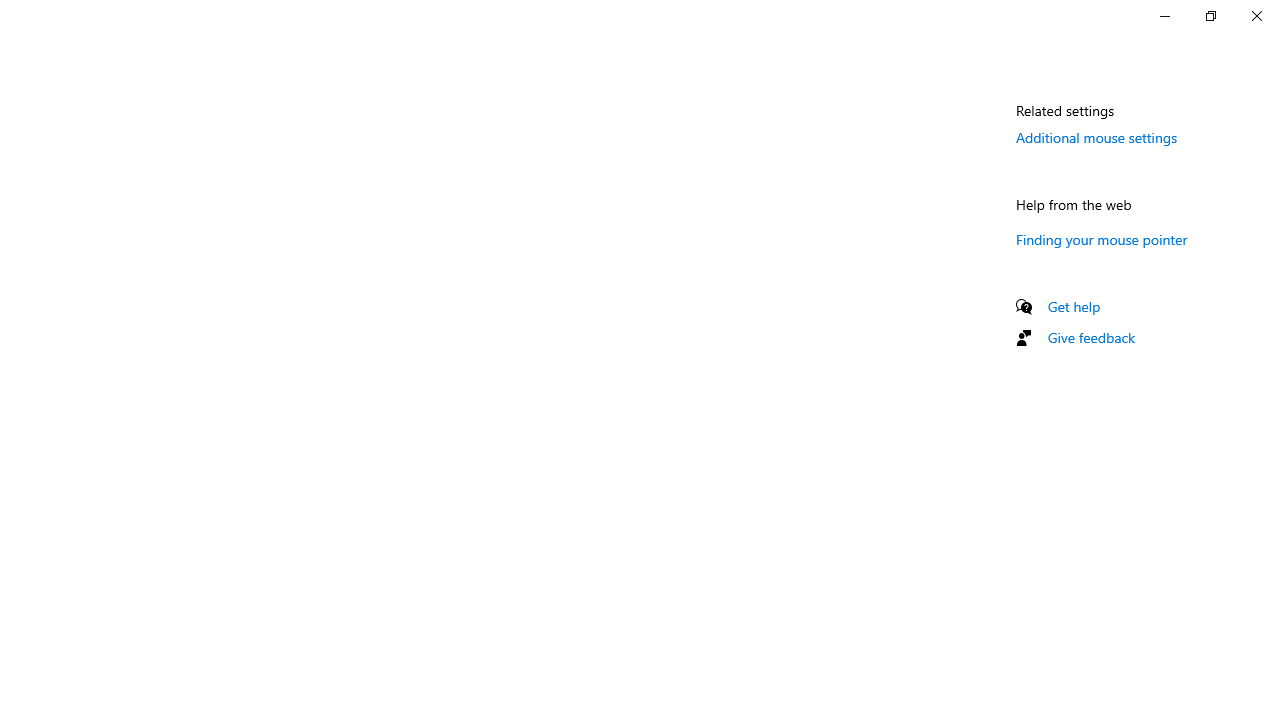  Describe the element at coordinates (1073, 306) in the screenshot. I see `'Get help'` at that location.